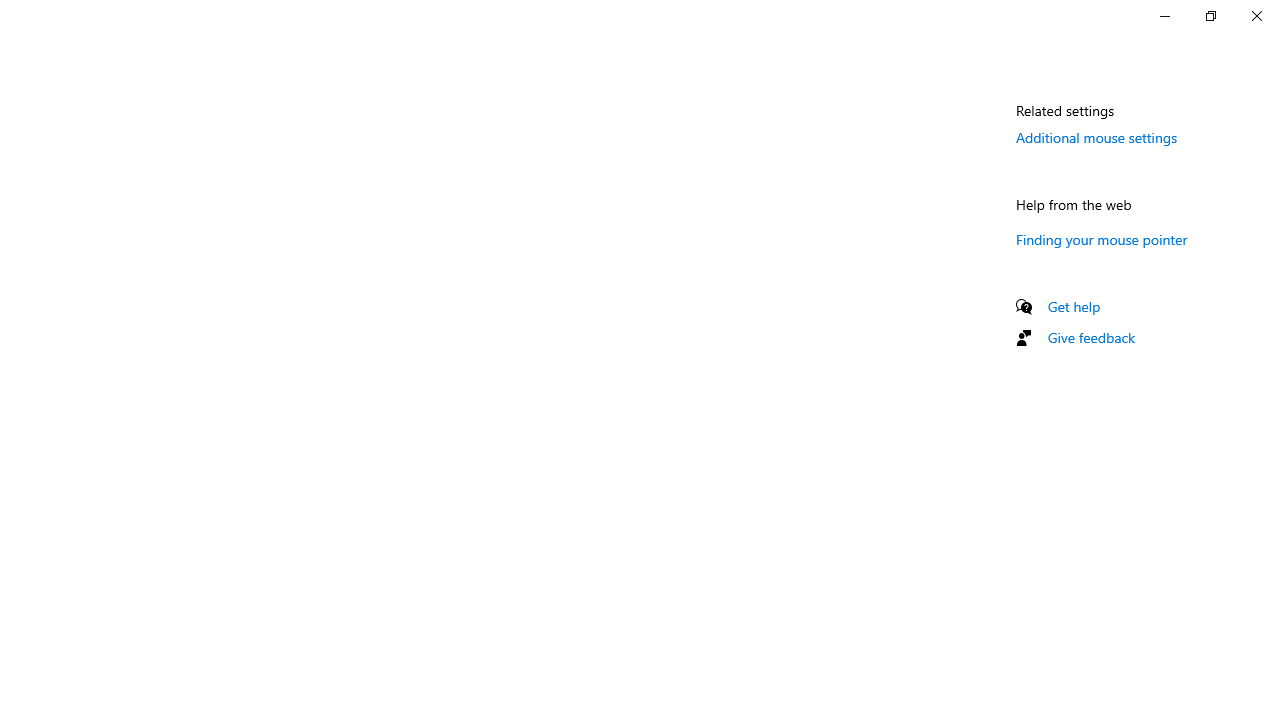  Describe the element at coordinates (1073, 306) in the screenshot. I see `'Get help'` at that location.